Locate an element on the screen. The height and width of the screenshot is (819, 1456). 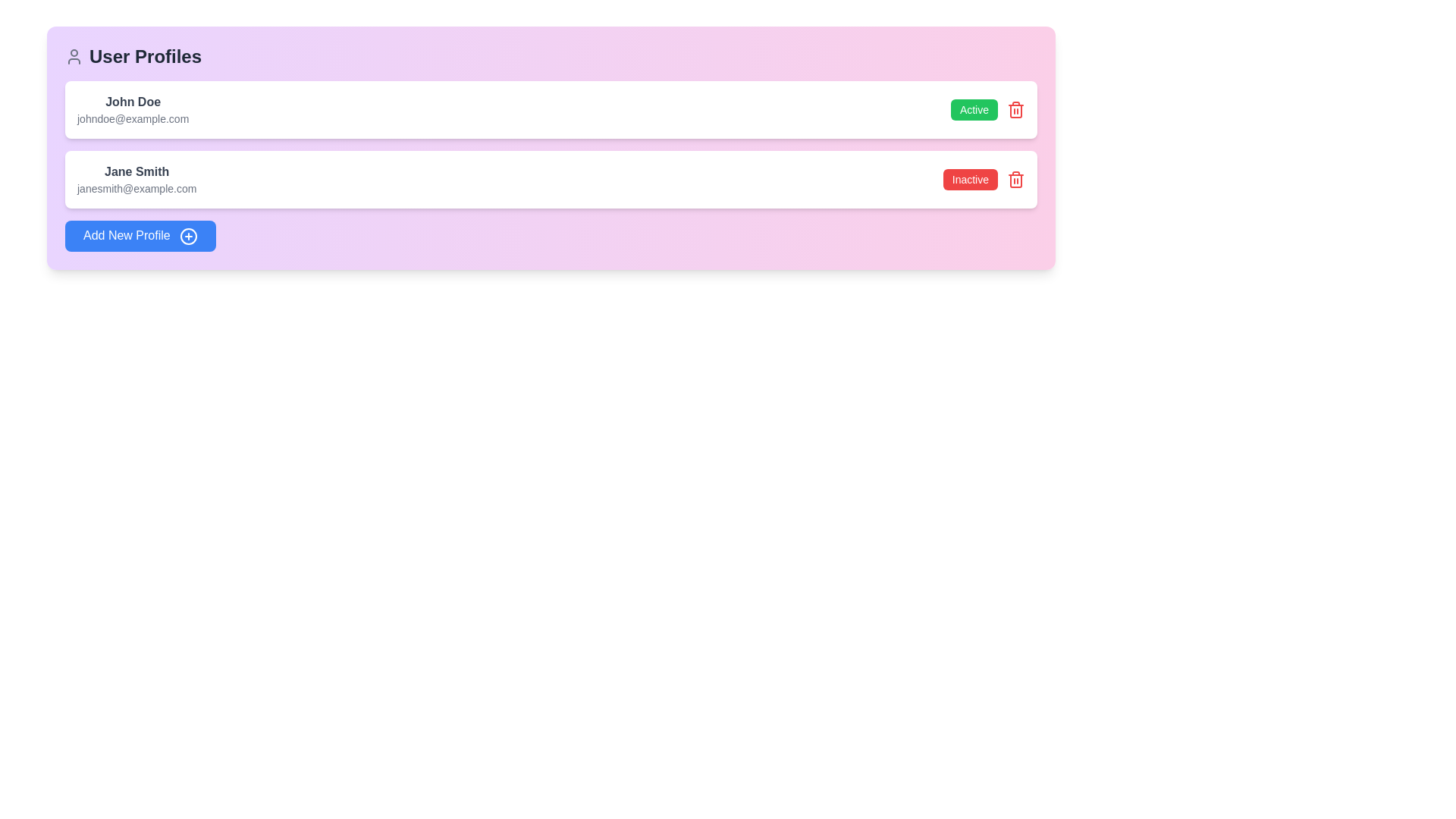
the delete icon button located to the far right of the user status row, adjacent to the 'Inactive' label, to check for additional visual feedback is located at coordinates (1015, 178).